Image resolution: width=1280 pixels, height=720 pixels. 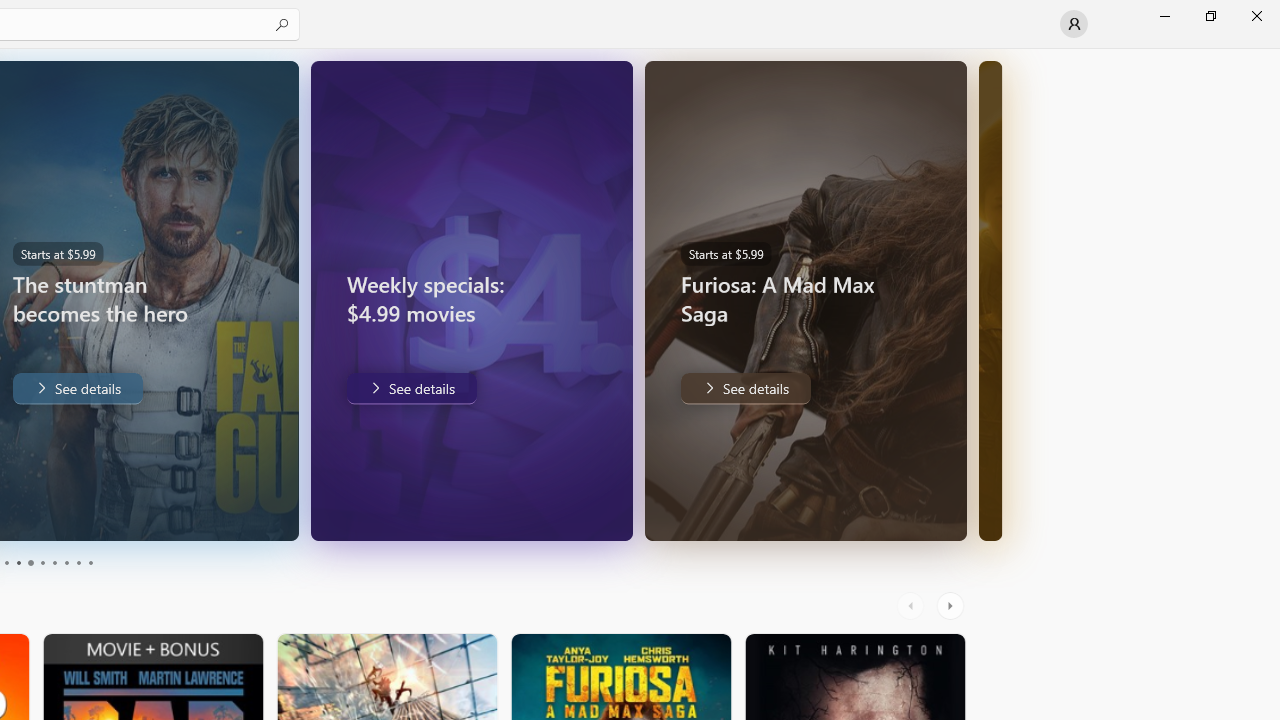 I want to click on 'AutomationID: RightScrollButton', so click(x=951, y=605).